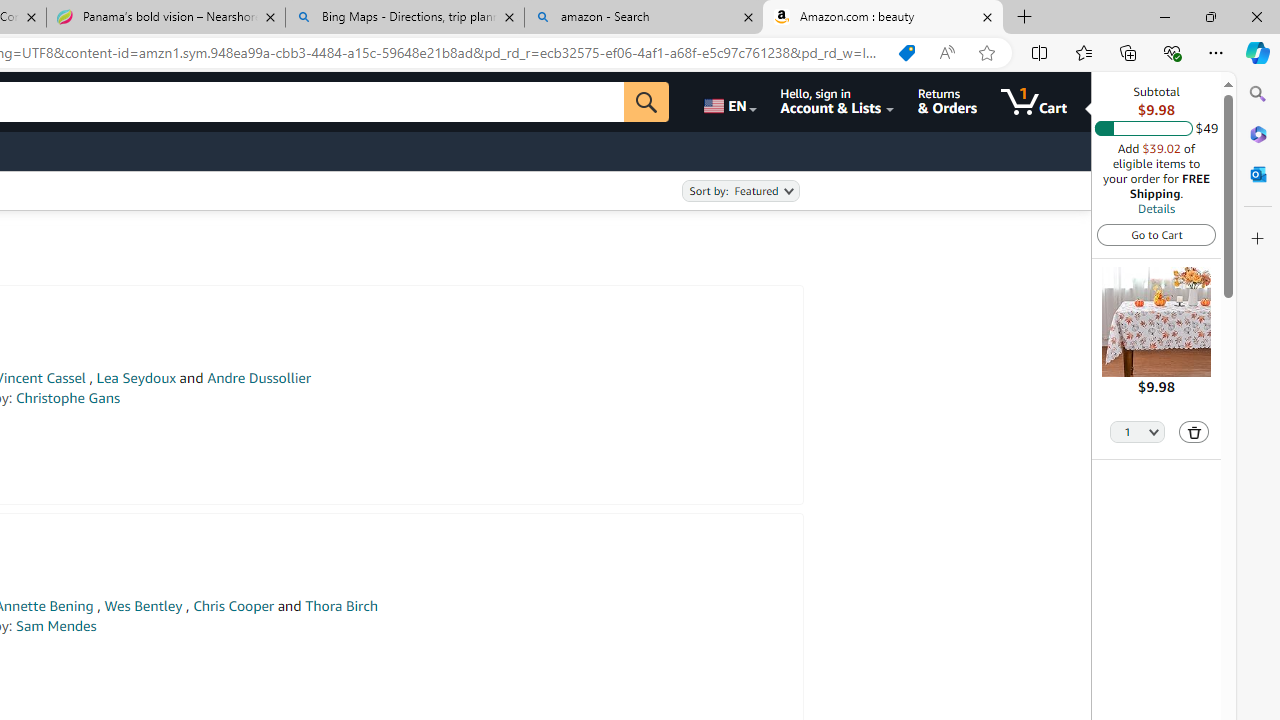  What do you see at coordinates (142, 605) in the screenshot?
I see `'Wes Bentley'` at bounding box center [142, 605].